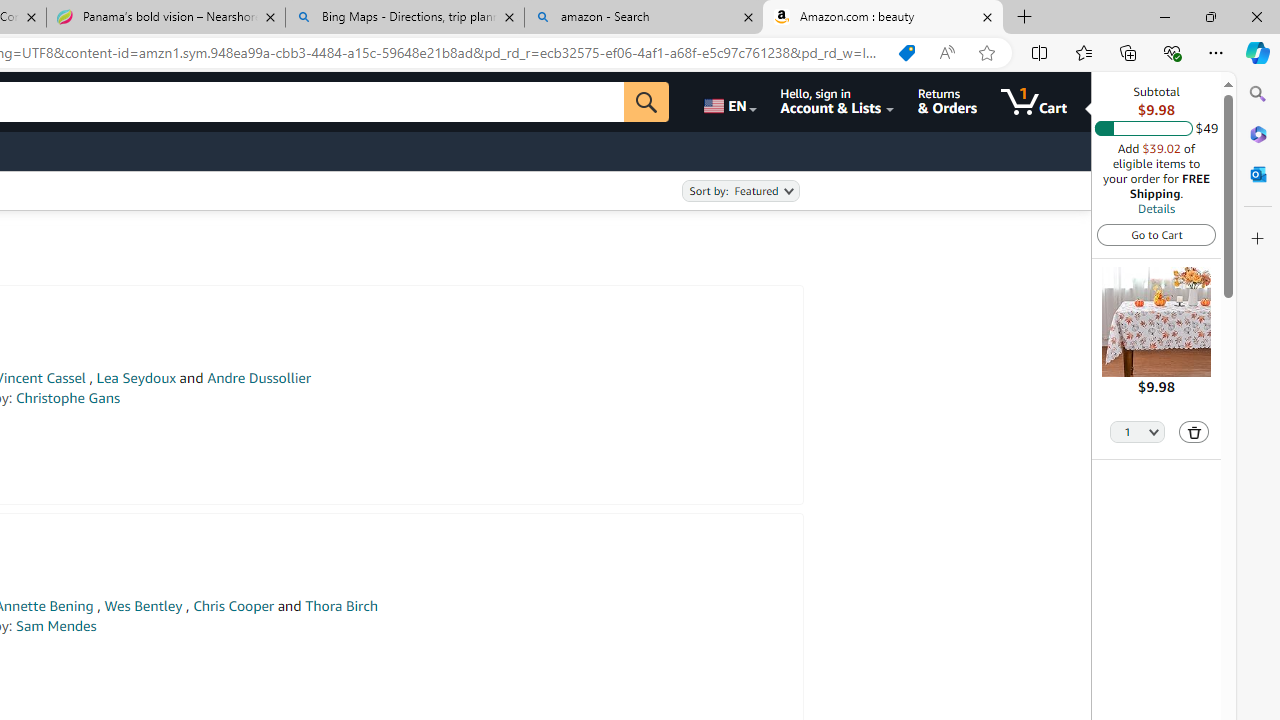  What do you see at coordinates (142, 605) in the screenshot?
I see `'Wes Bentley'` at bounding box center [142, 605].